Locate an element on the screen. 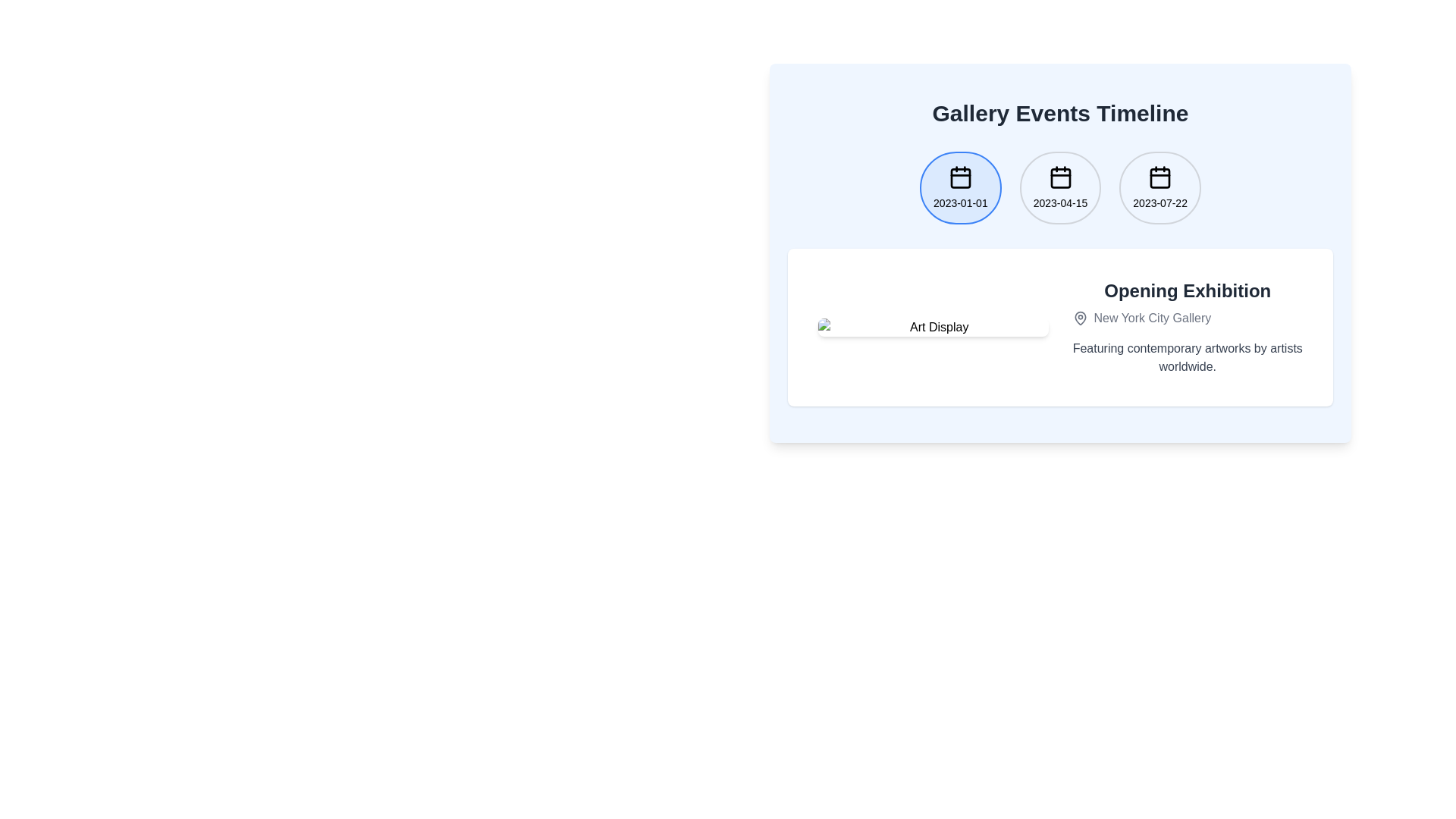  displayed date '2023-07-22' from the text label located in the top-right corner of the timeline section, directly below the calendar icon is located at coordinates (1159, 202).